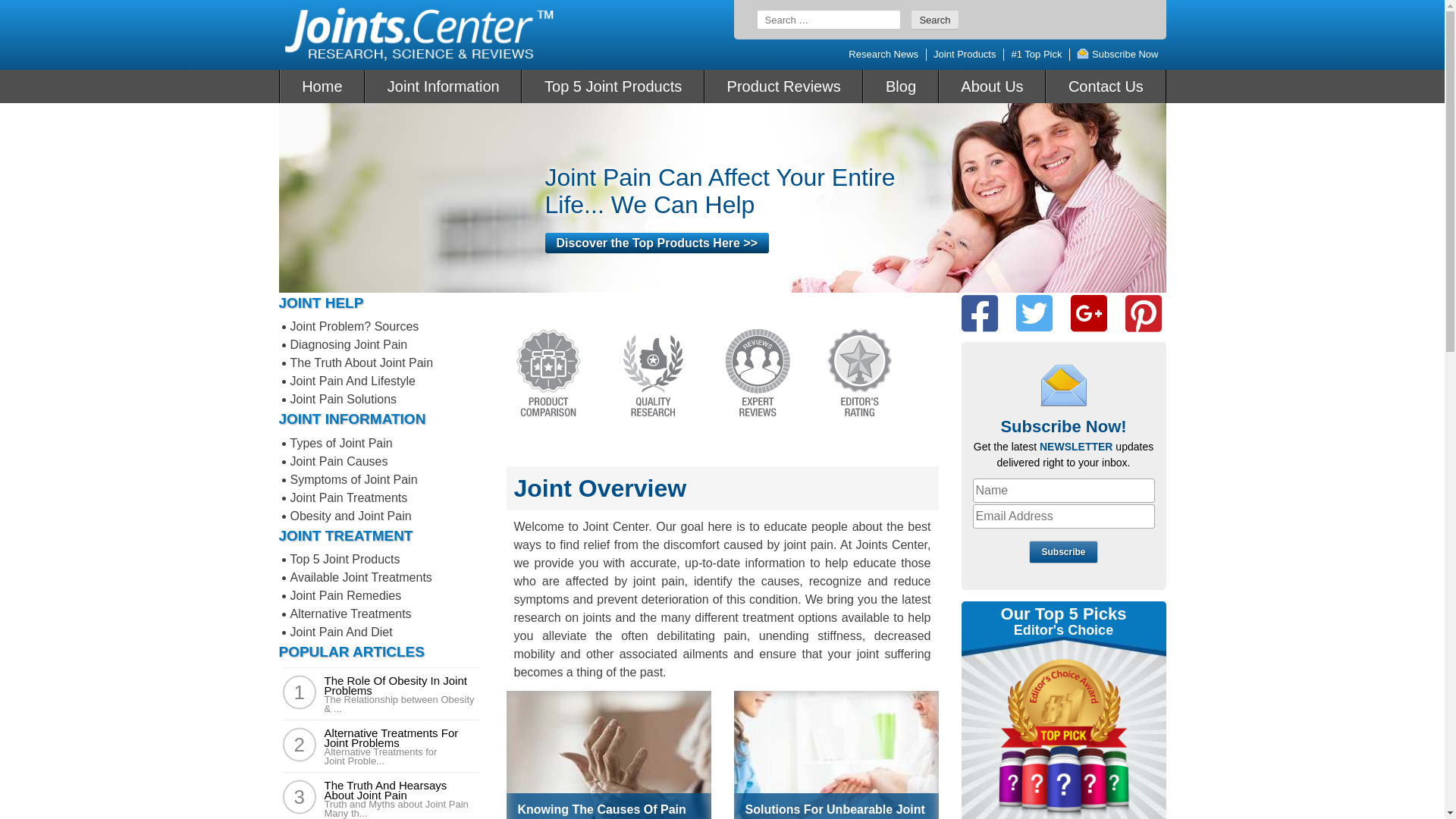 The width and height of the screenshot is (1456, 819). What do you see at coordinates (656, 242) in the screenshot?
I see `'Discover the Top Products Here >>'` at bounding box center [656, 242].